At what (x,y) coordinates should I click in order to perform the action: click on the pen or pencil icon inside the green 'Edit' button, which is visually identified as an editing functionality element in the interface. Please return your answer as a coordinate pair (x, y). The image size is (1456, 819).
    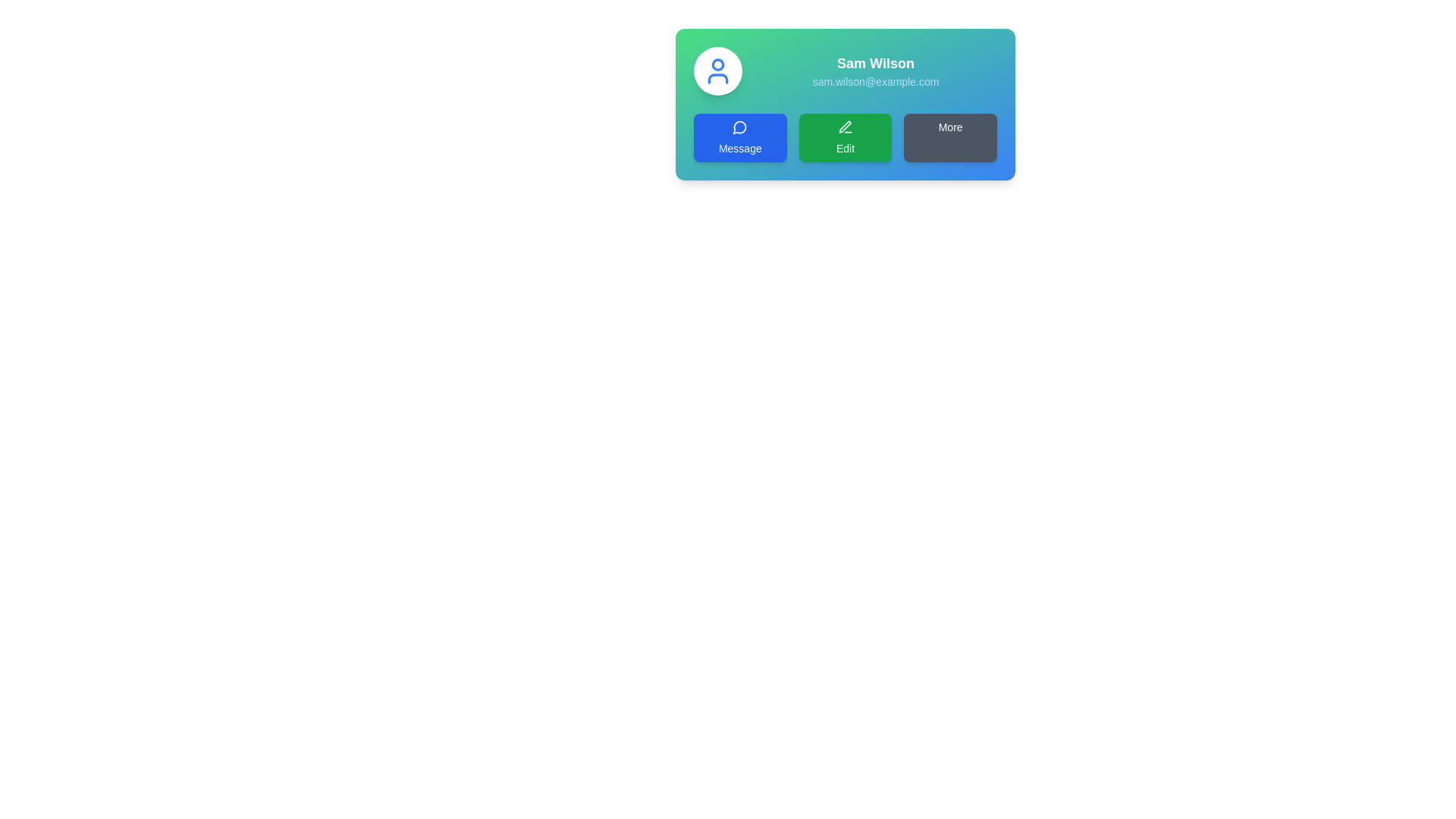
    Looking at the image, I should click on (844, 126).